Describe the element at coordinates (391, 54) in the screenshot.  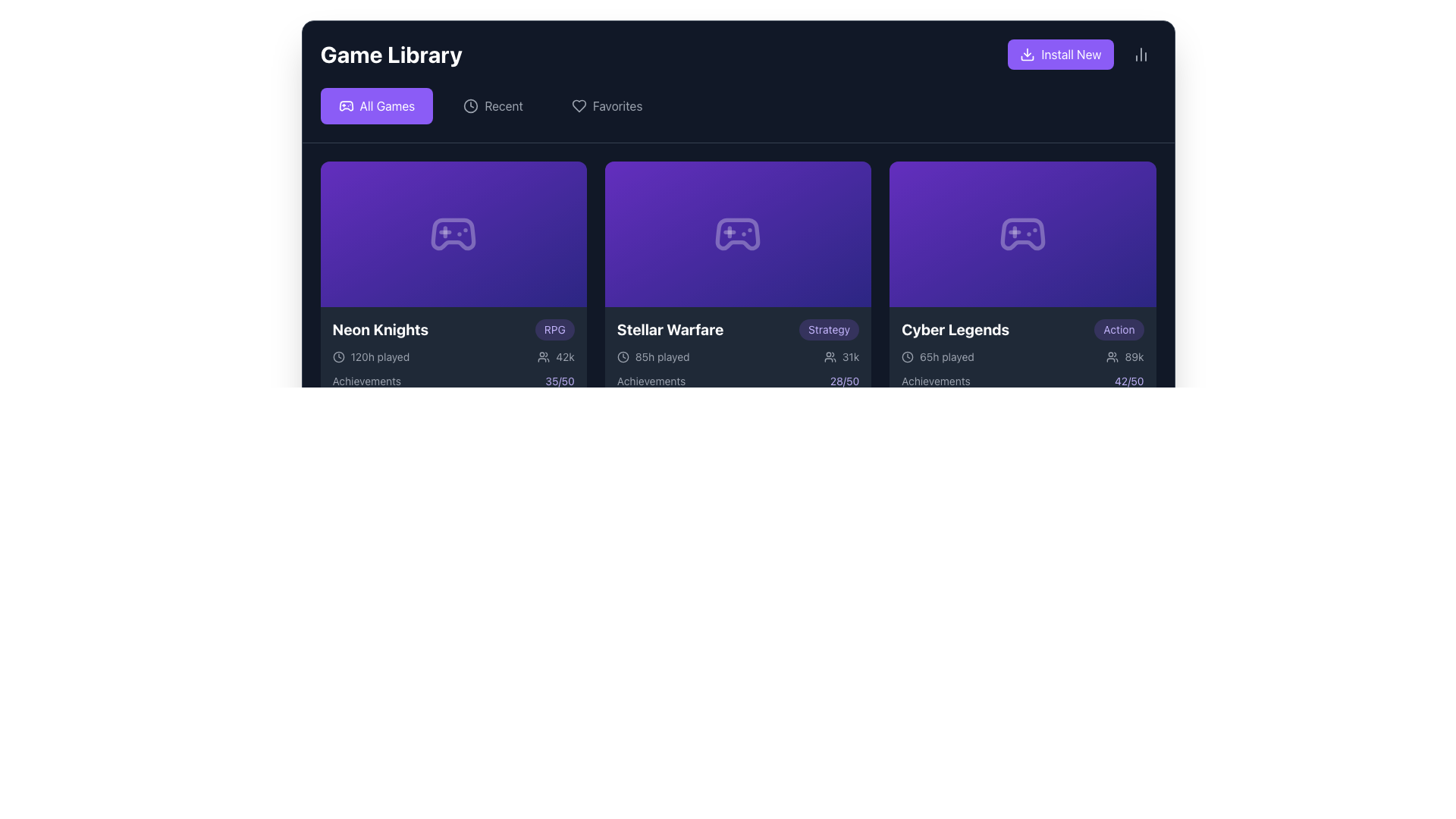
I see `the Header or Title Text, which serves as a prominent title indicating the section name, located near the top of the interface and aligned to the far left horizontally` at that location.